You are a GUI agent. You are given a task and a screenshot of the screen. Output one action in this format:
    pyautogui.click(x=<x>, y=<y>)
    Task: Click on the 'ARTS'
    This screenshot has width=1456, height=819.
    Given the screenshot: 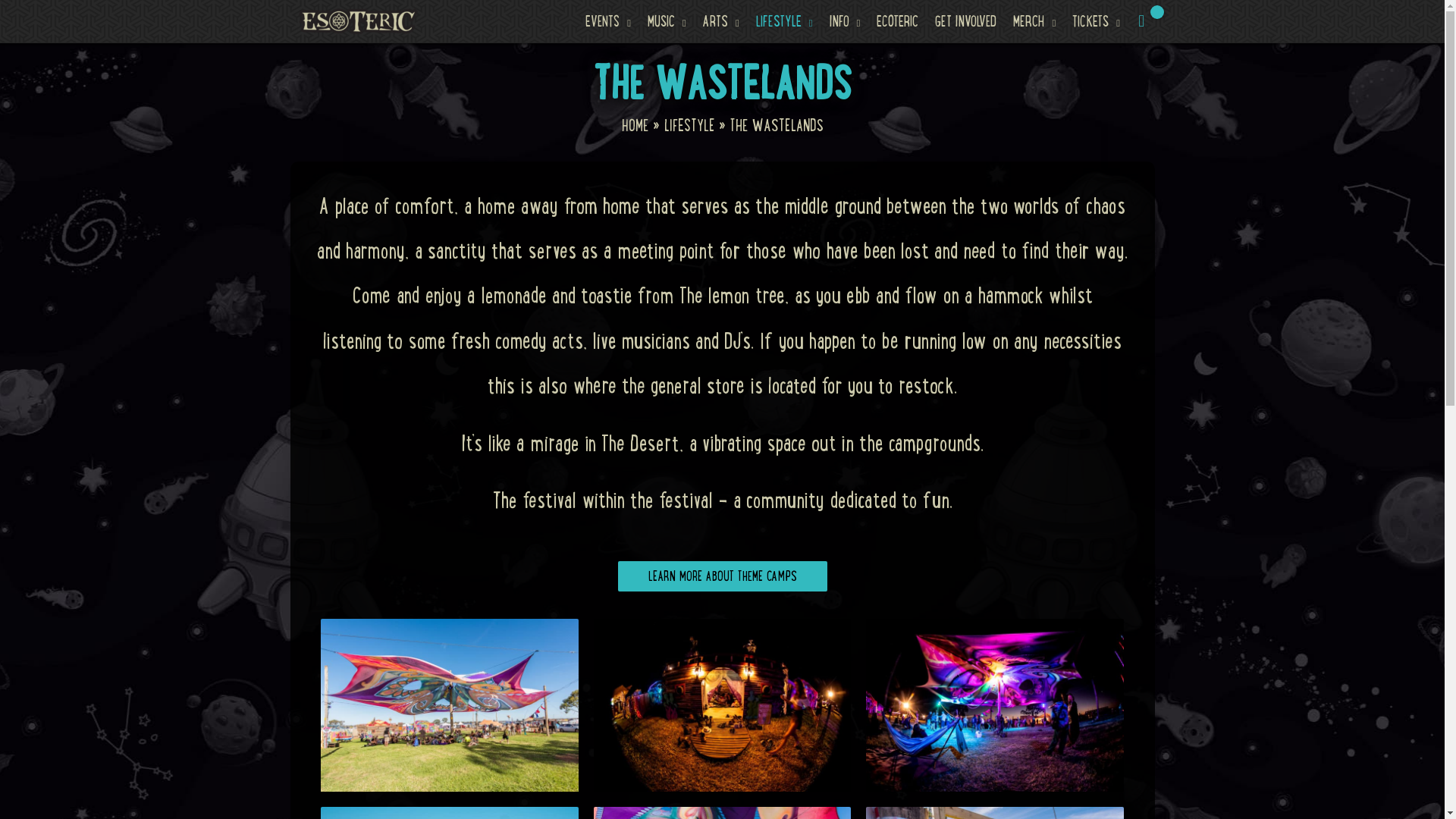 What is the action you would take?
    pyautogui.click(x=720, y=20)
    